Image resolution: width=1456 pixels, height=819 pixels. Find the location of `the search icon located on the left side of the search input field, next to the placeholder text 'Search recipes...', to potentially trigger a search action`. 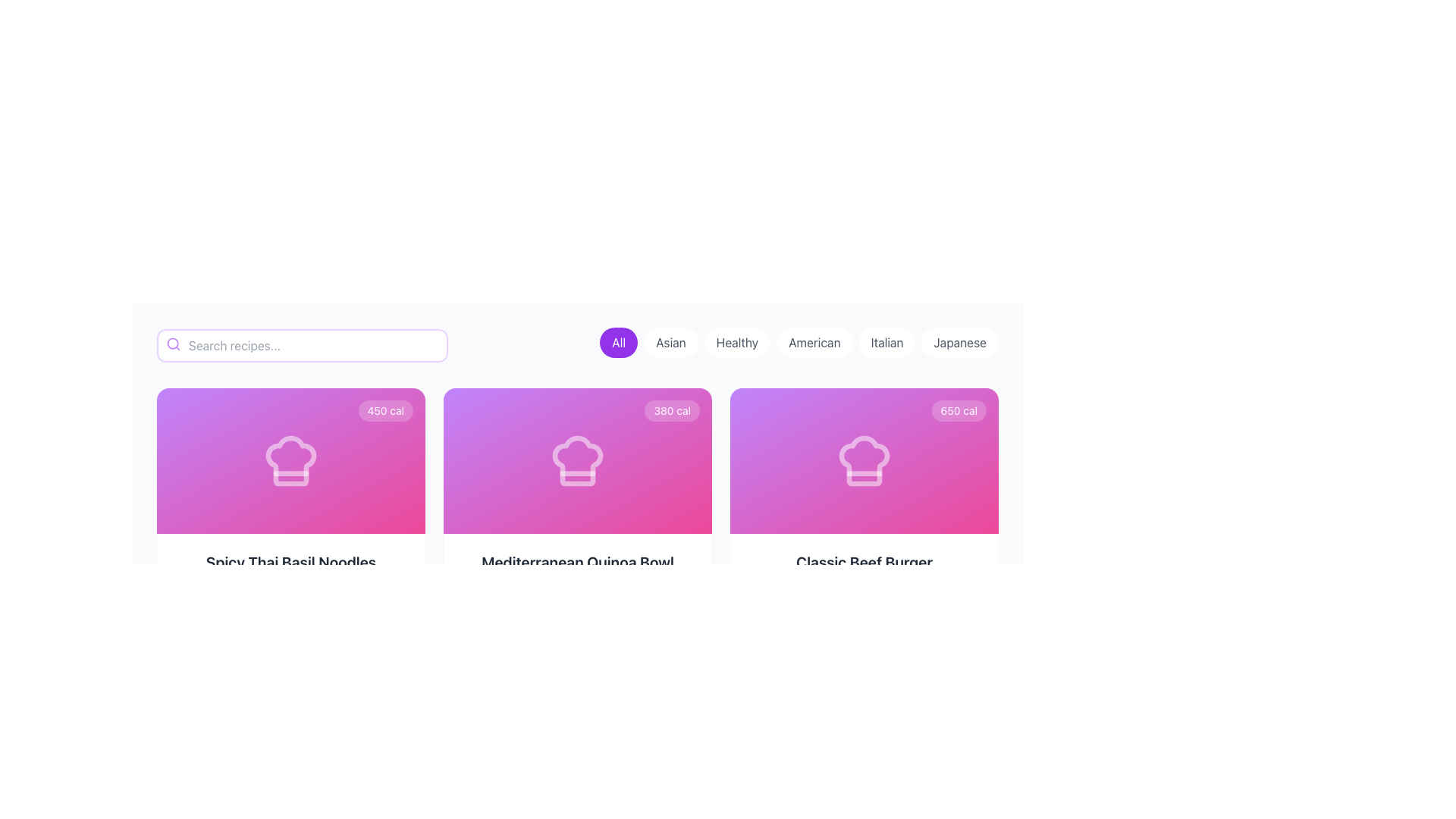

the search icon located on the left side of the search input field, next to the placeholder text 'Search recipes...', to potentially trigger a search action is located at coordinates (174, 344).